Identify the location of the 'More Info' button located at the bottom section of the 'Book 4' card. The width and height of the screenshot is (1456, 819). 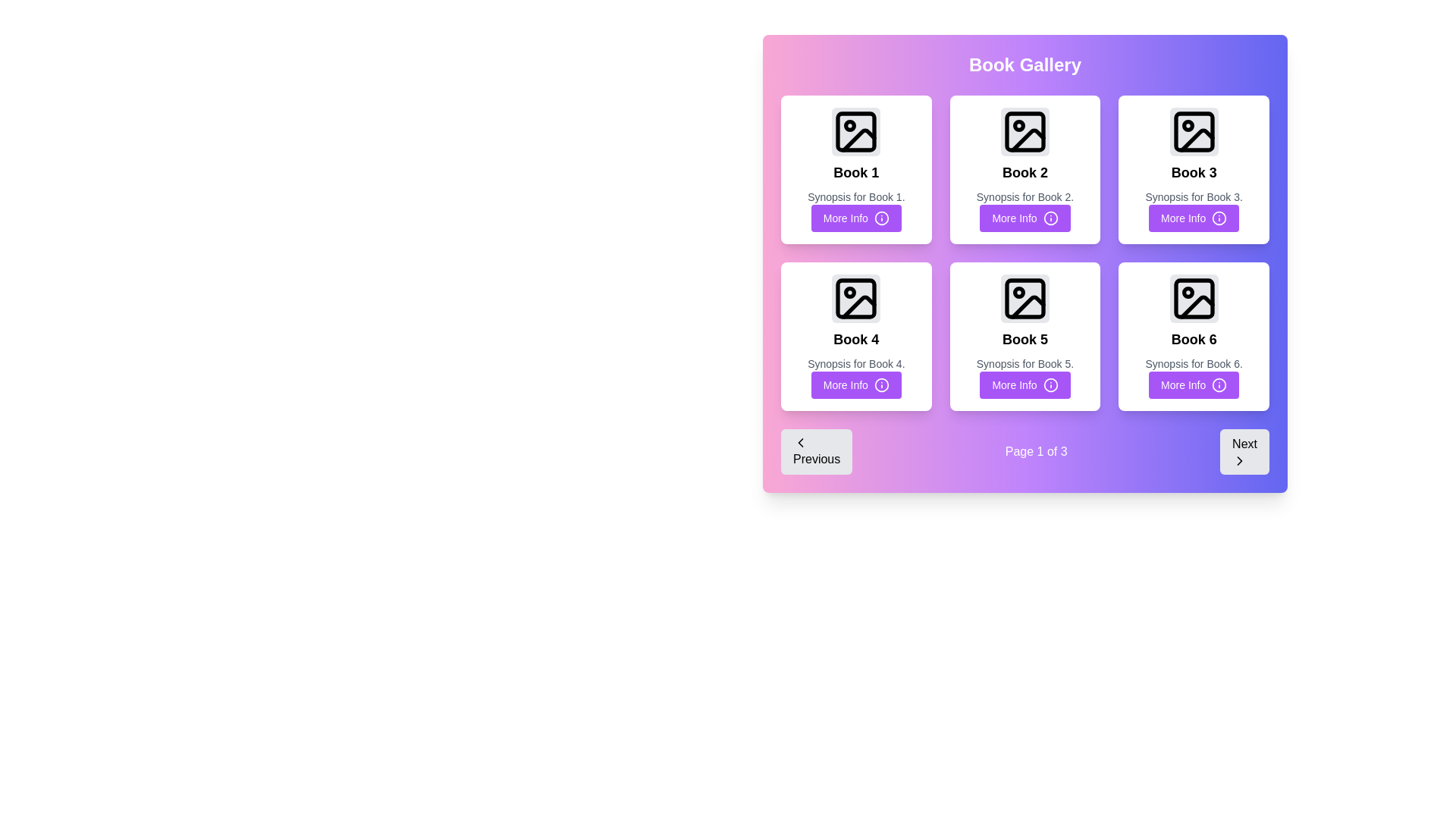
(856, 384).